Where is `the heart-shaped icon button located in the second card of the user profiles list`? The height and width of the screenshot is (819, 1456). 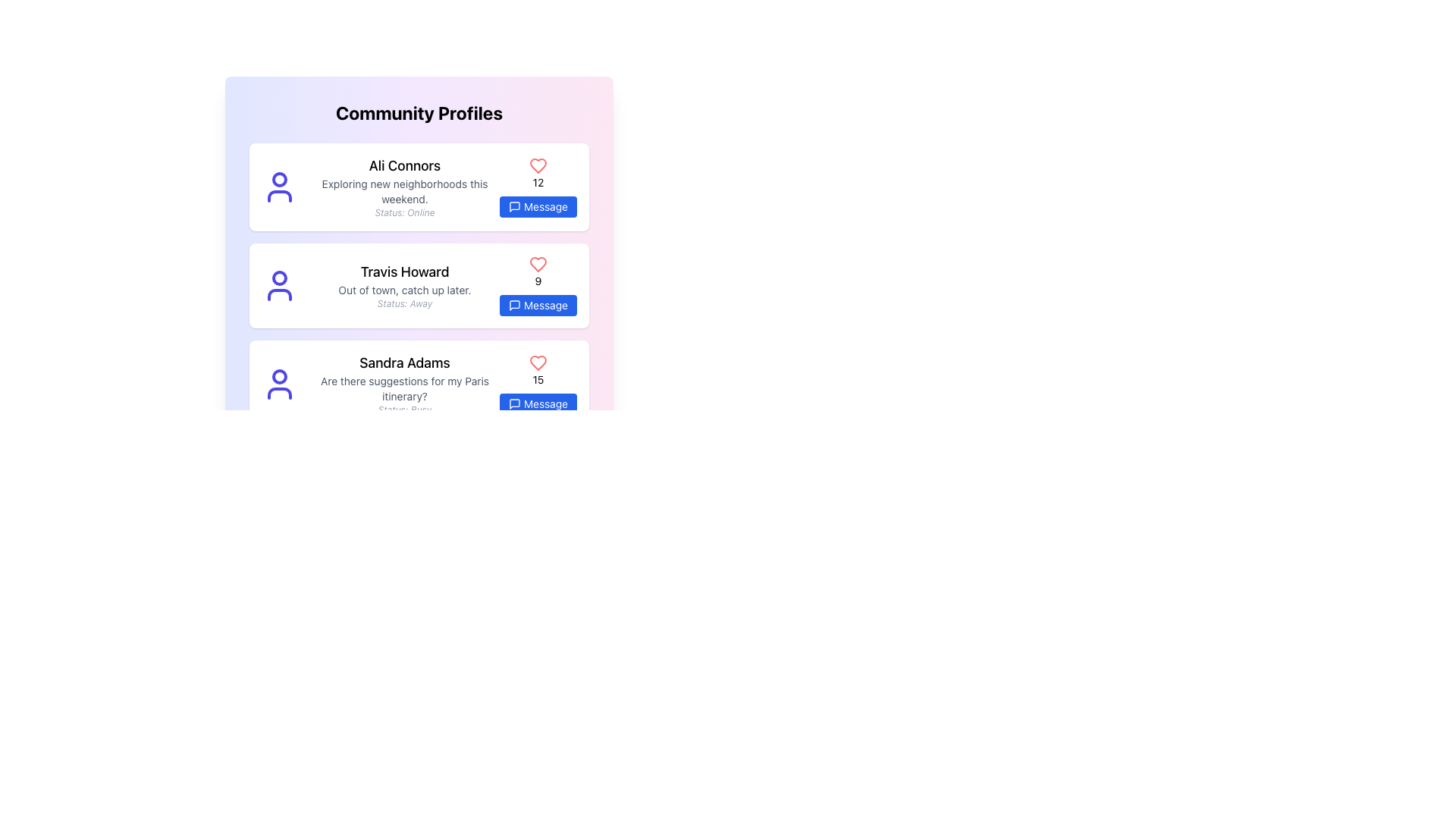 the heart-shaped icon button located in the second card of the user profiles list is located at coordinates (538, 263).